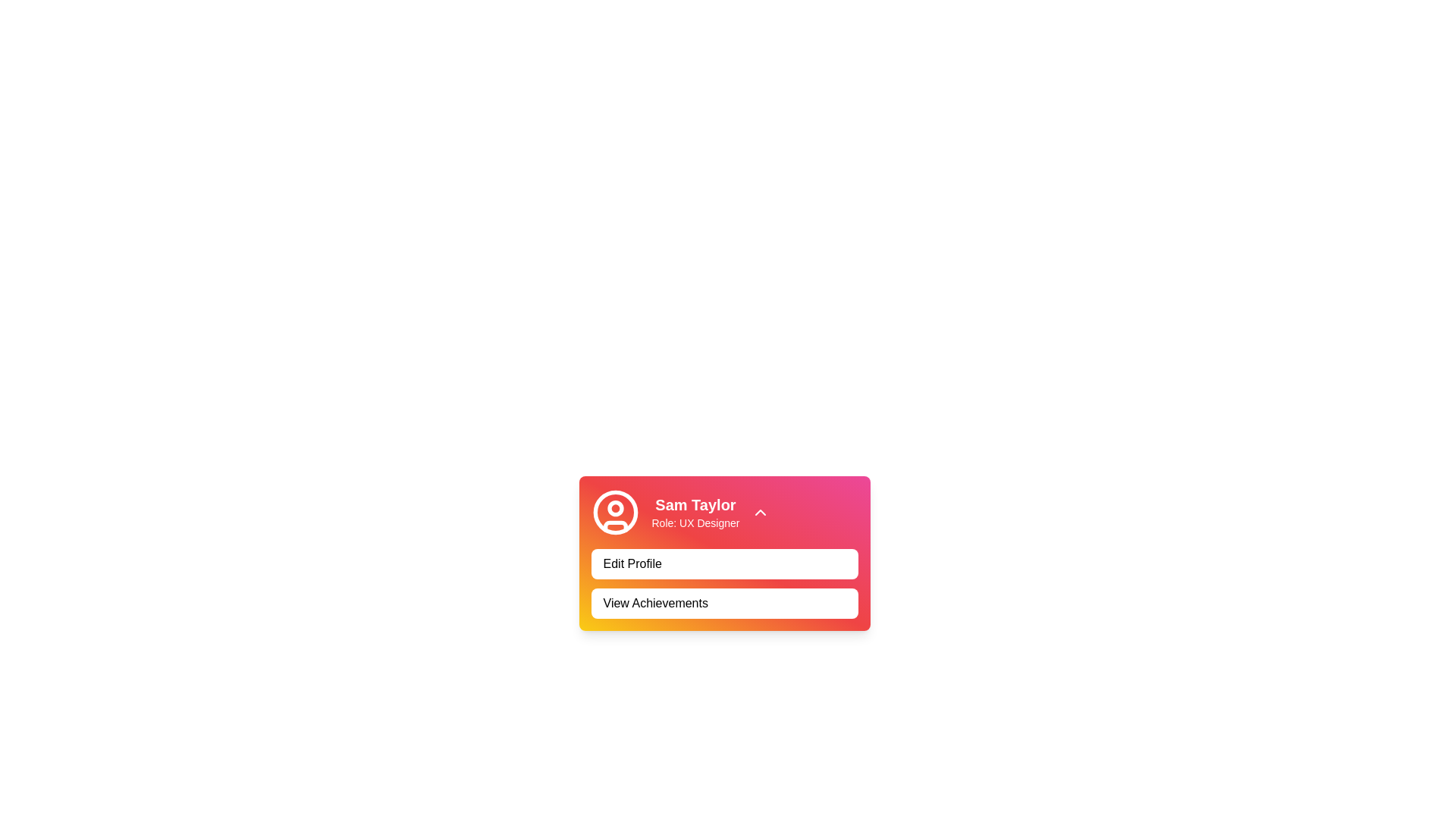 Image resolution: width=1456 pixels, height=819 pixels. Describe the element at coordinates (615, 512) in the screenshot. I see `the central circular SVG element of the user profile icon, which features a white stroke and transparent fill, located to the left of the username 'Sam Taylor'` at that location.